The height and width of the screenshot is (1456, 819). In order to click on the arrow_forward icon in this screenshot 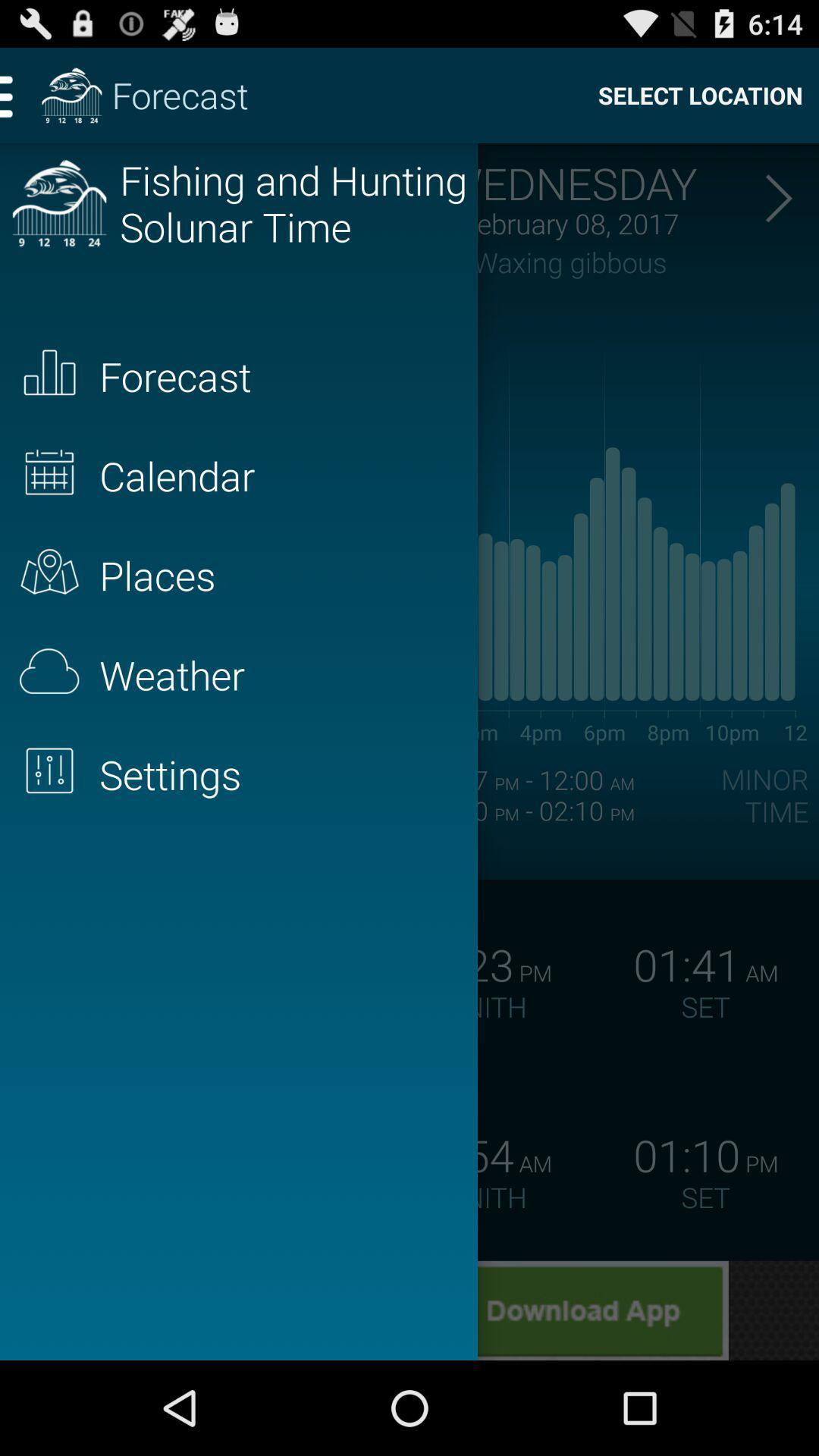, I will do `click(779, 212)`.